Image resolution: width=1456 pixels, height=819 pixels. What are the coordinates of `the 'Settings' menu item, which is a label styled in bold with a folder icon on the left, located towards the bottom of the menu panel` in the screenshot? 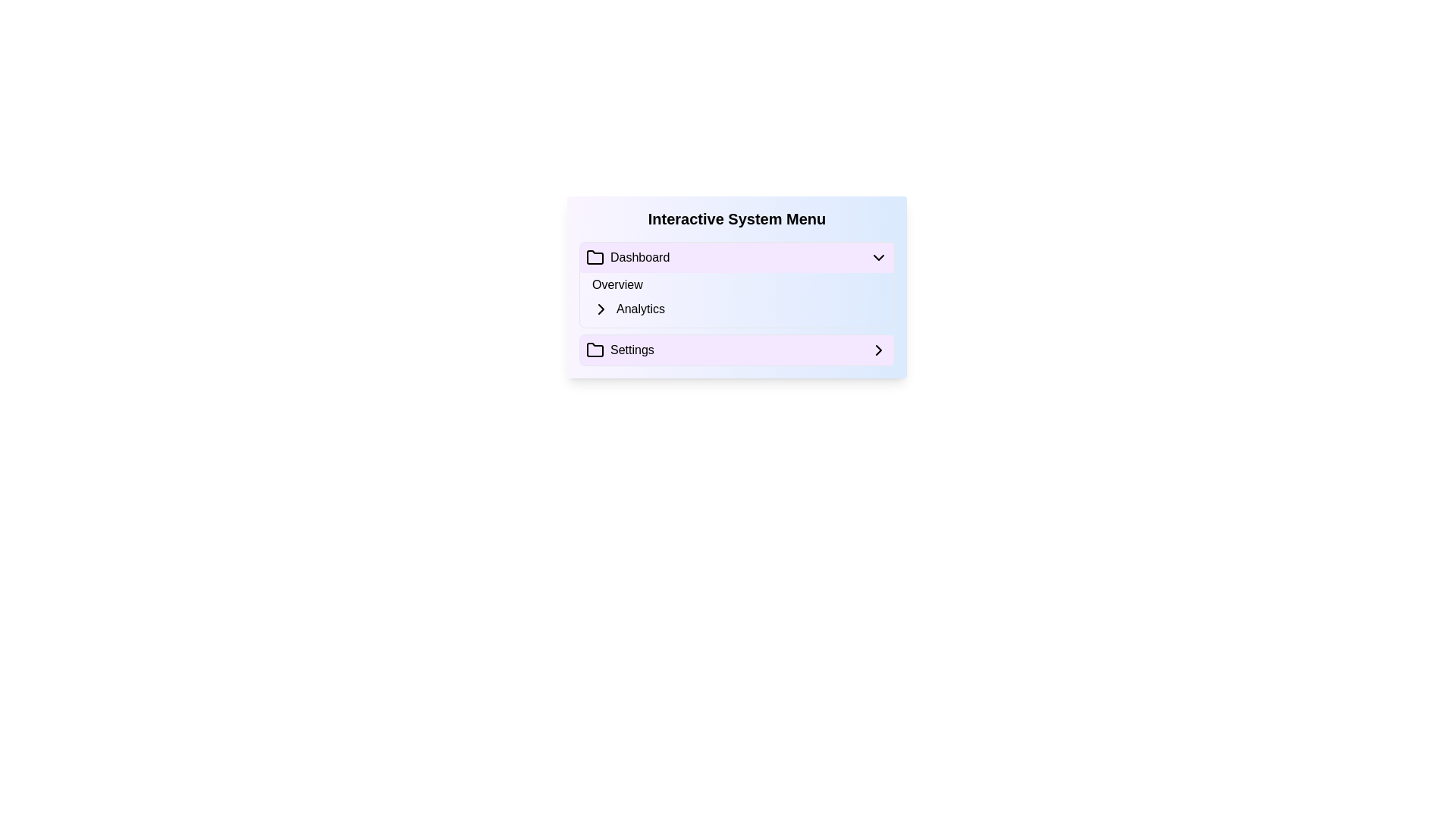 It's located at (620, 350).